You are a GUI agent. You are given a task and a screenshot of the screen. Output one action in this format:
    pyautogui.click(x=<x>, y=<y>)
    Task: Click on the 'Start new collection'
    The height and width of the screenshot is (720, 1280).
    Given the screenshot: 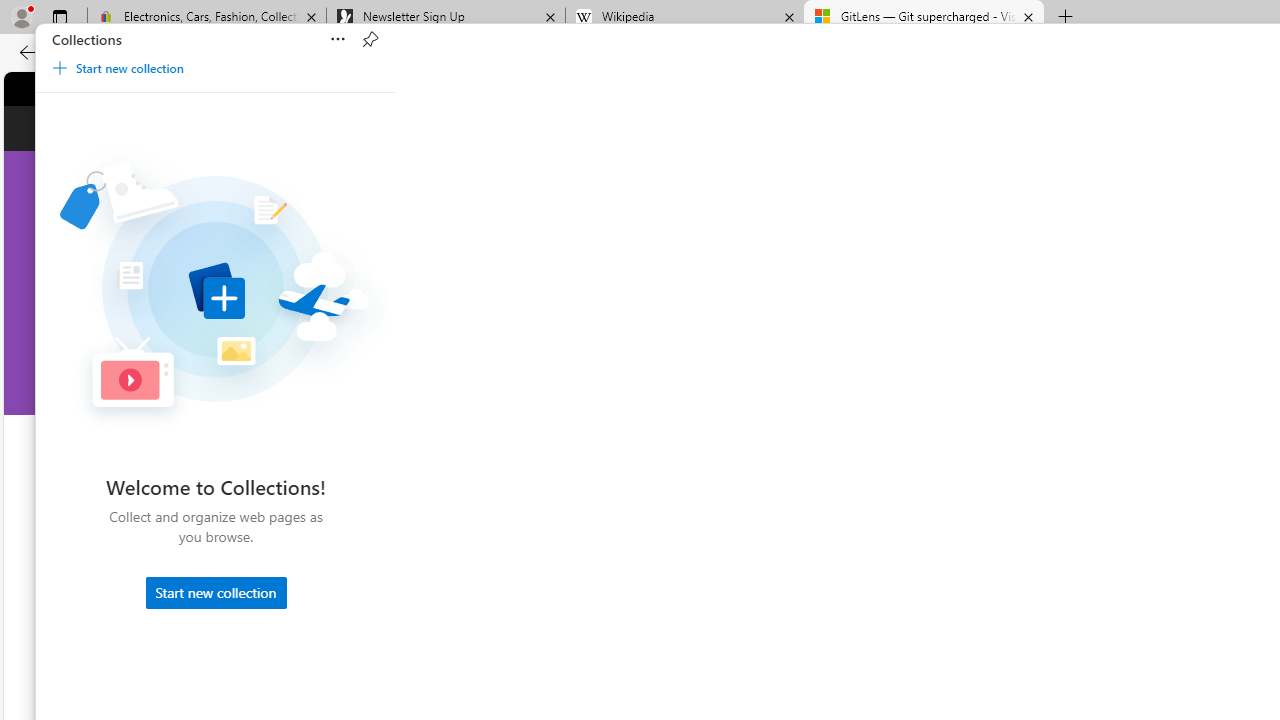 What is the action you would take?
    pyautogui.click(x=215, y=591)
    